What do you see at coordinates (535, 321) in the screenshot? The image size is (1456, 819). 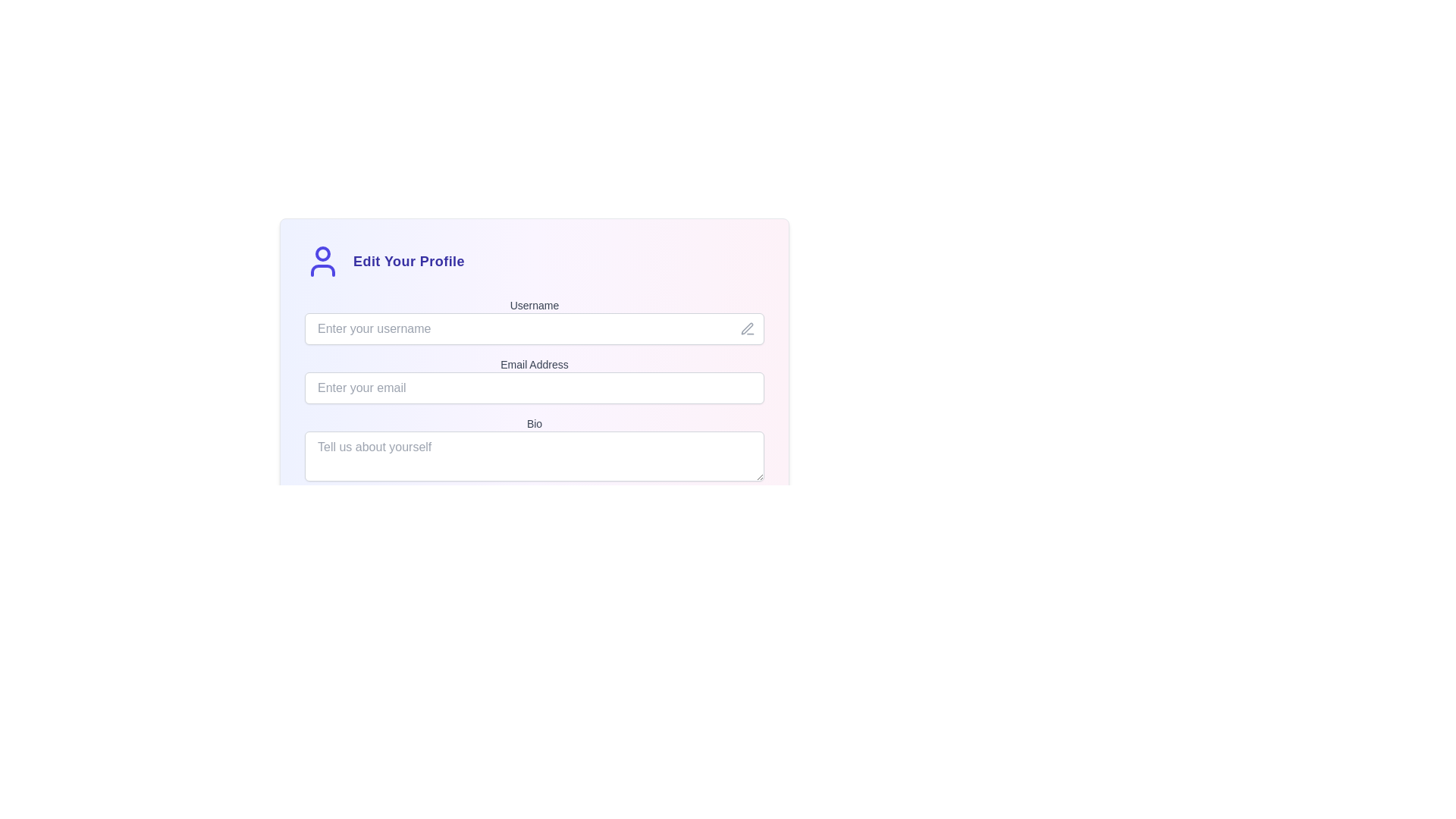 I see `the username input field, which is the first entry in a vertical stack of input fields` at bounding box center [535, 321].